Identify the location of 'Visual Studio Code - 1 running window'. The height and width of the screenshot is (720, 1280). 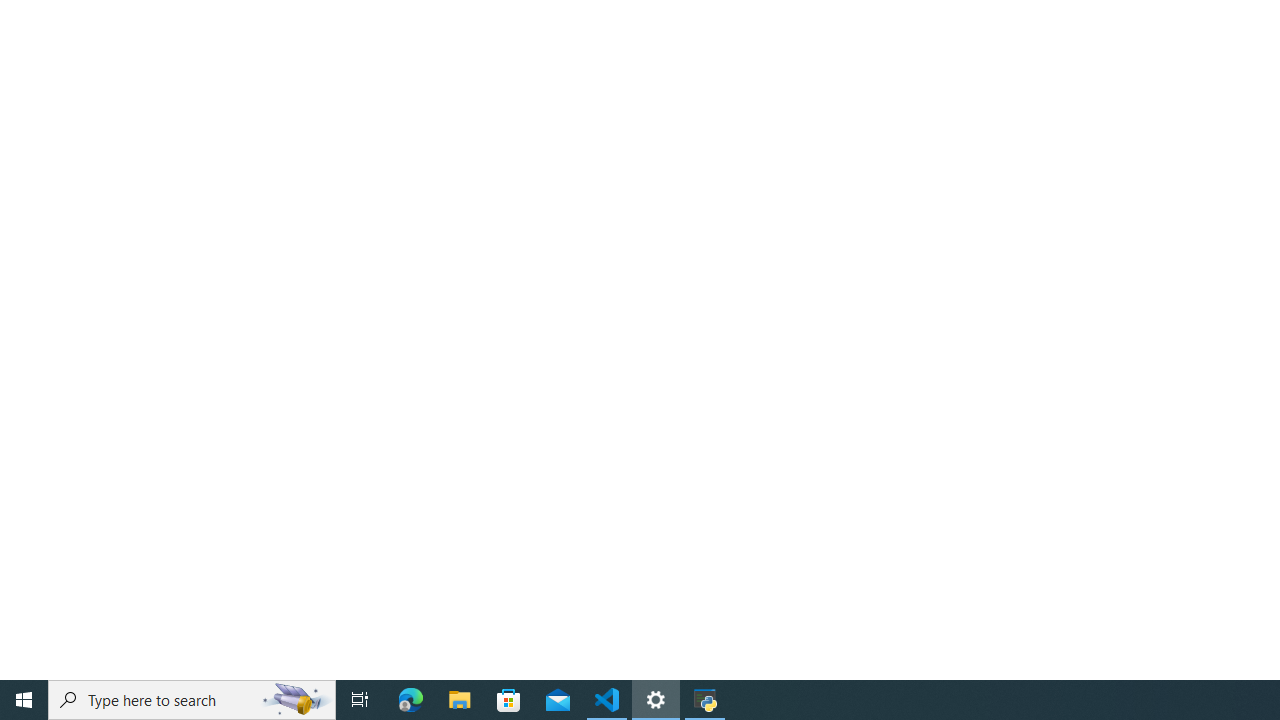
(606, 698).